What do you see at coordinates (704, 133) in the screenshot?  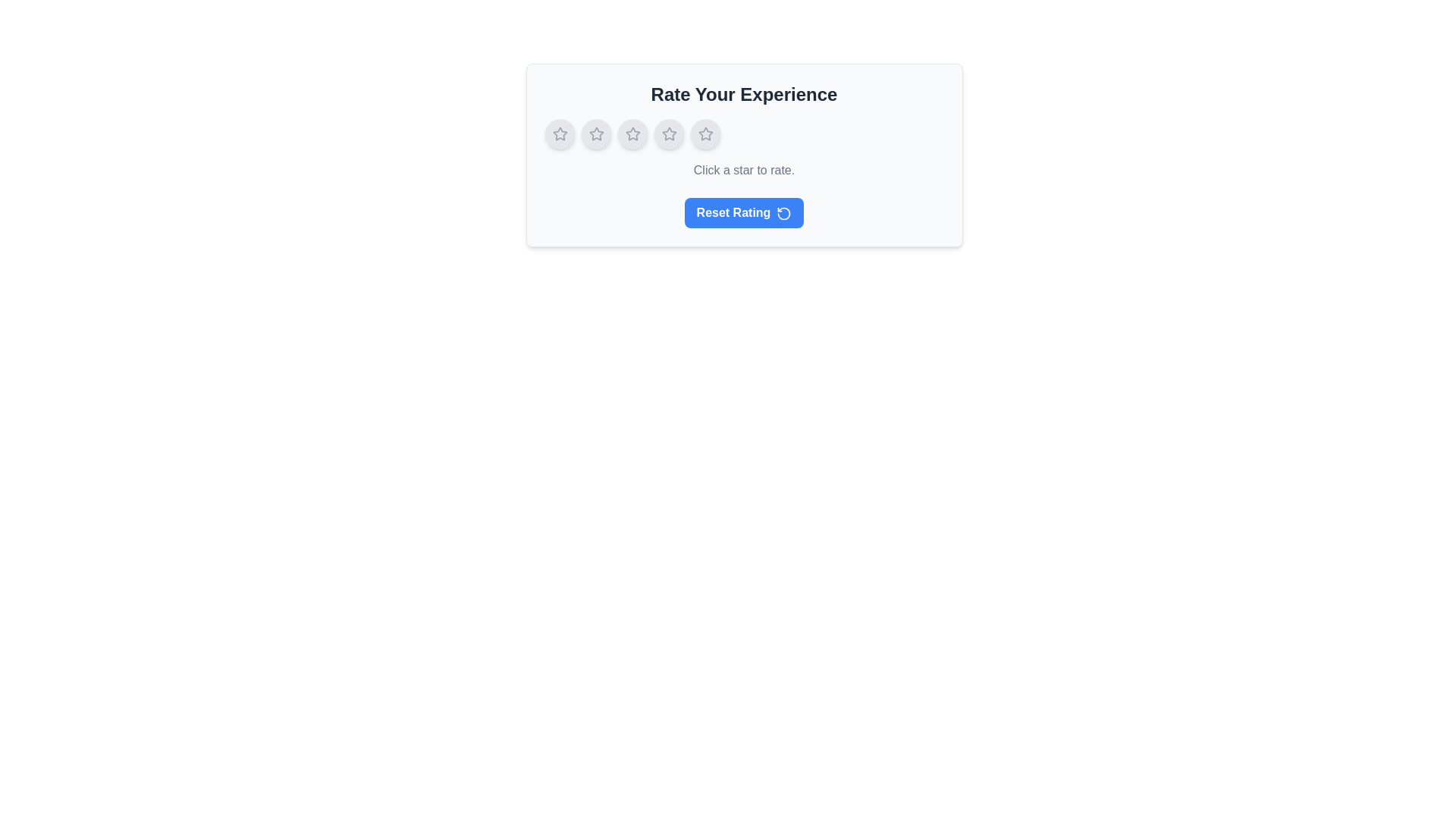 I see `the fifth circular rating star button with a light gray background and outlined star icon` at bounding box center [704, 133].